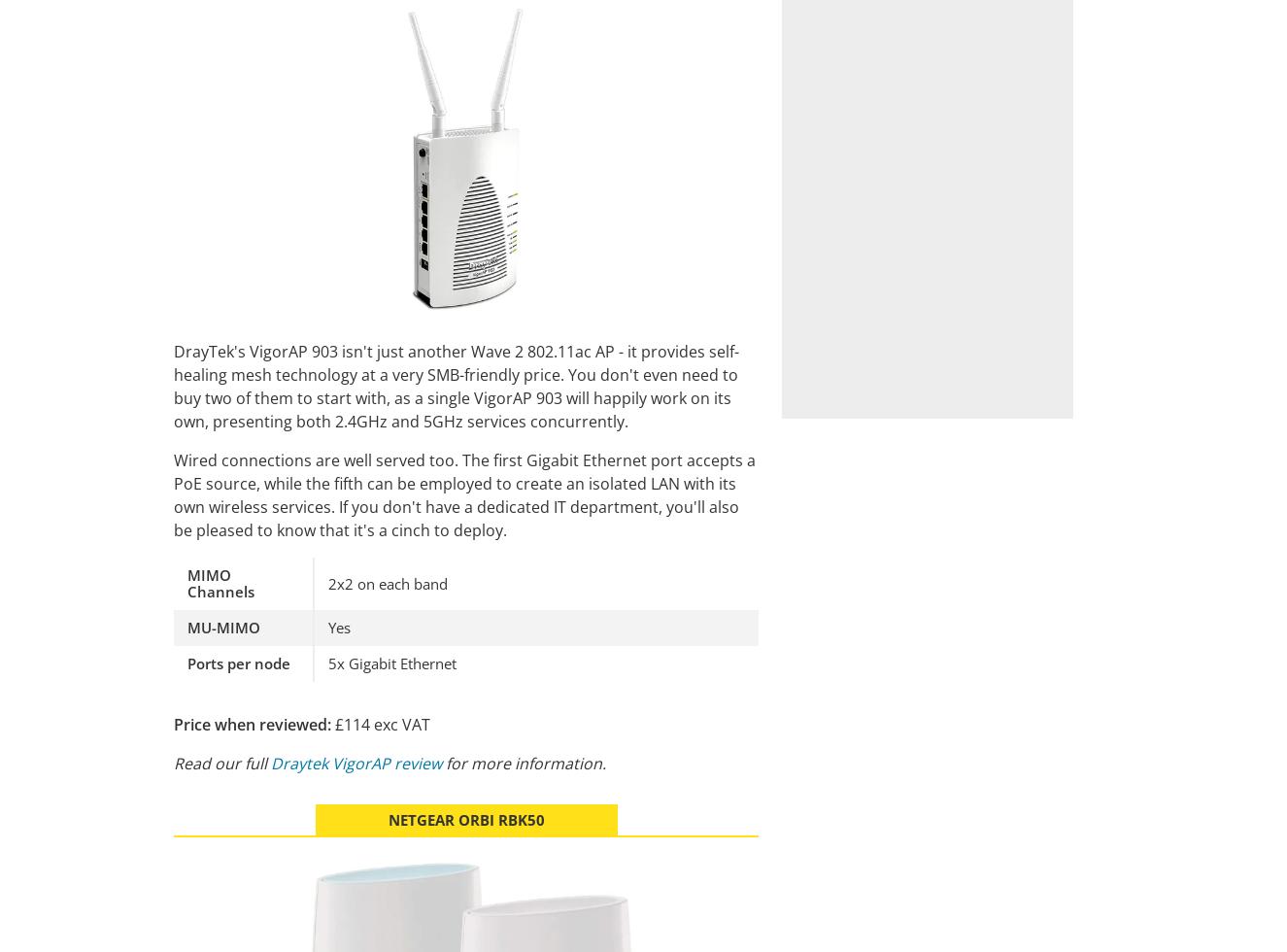 This screenshot has height=952, width=1287. I want to click on 'Wired connections are well served too. The first Gigabit Ethernet port accepts a PoE source, while the fifth can be employed to create an isolated LAN with its own wireless services. If you don't have a dedicated IT department, you'll also be pleased to know that it's a cinch to deploy.', so click(173, 494).